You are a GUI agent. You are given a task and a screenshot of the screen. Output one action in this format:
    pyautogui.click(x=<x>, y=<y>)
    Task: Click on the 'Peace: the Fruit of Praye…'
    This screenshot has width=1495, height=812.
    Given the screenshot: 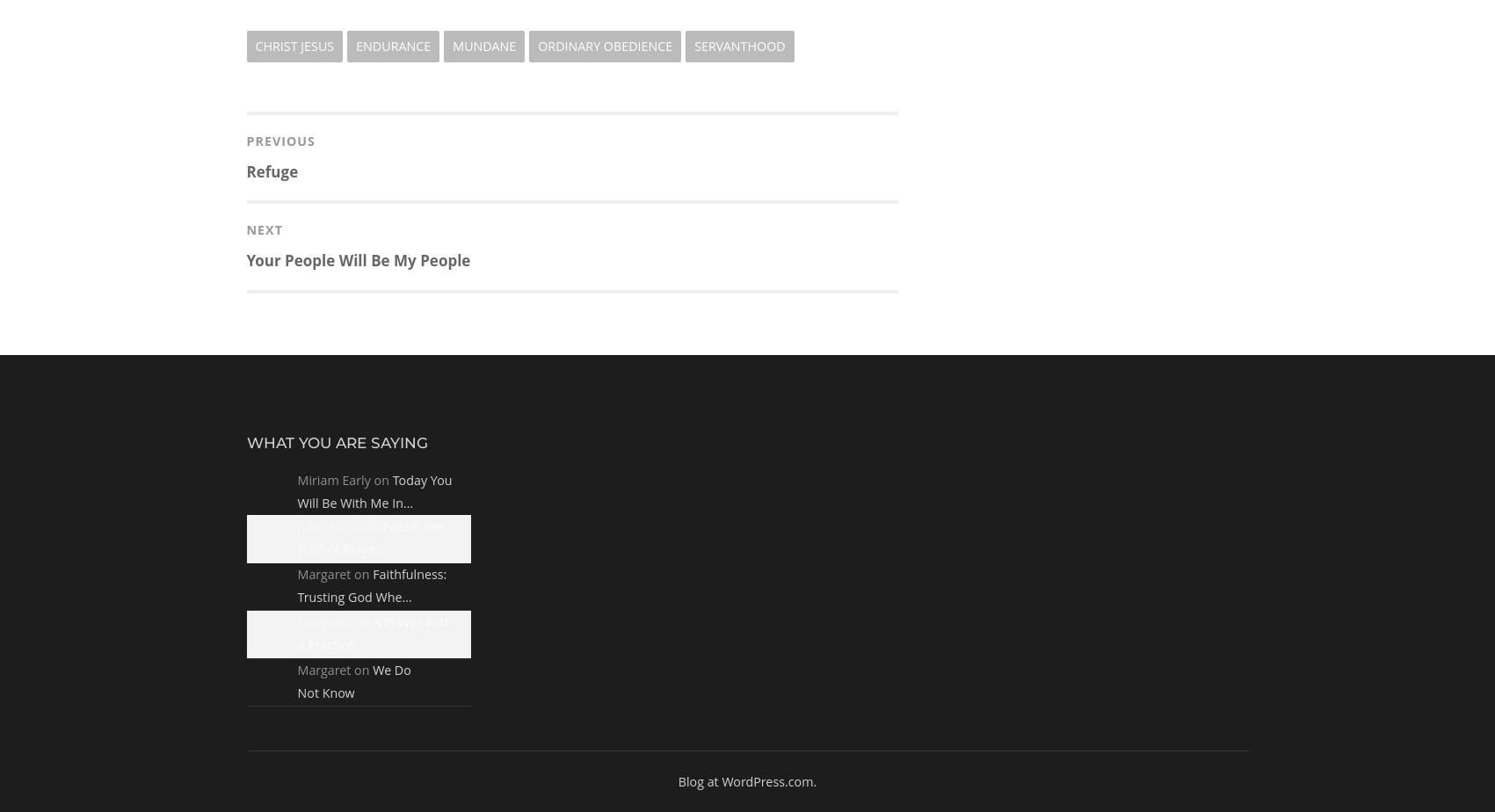 What is the action you would take?
    pyautogui.click(x=368, y=537)
    